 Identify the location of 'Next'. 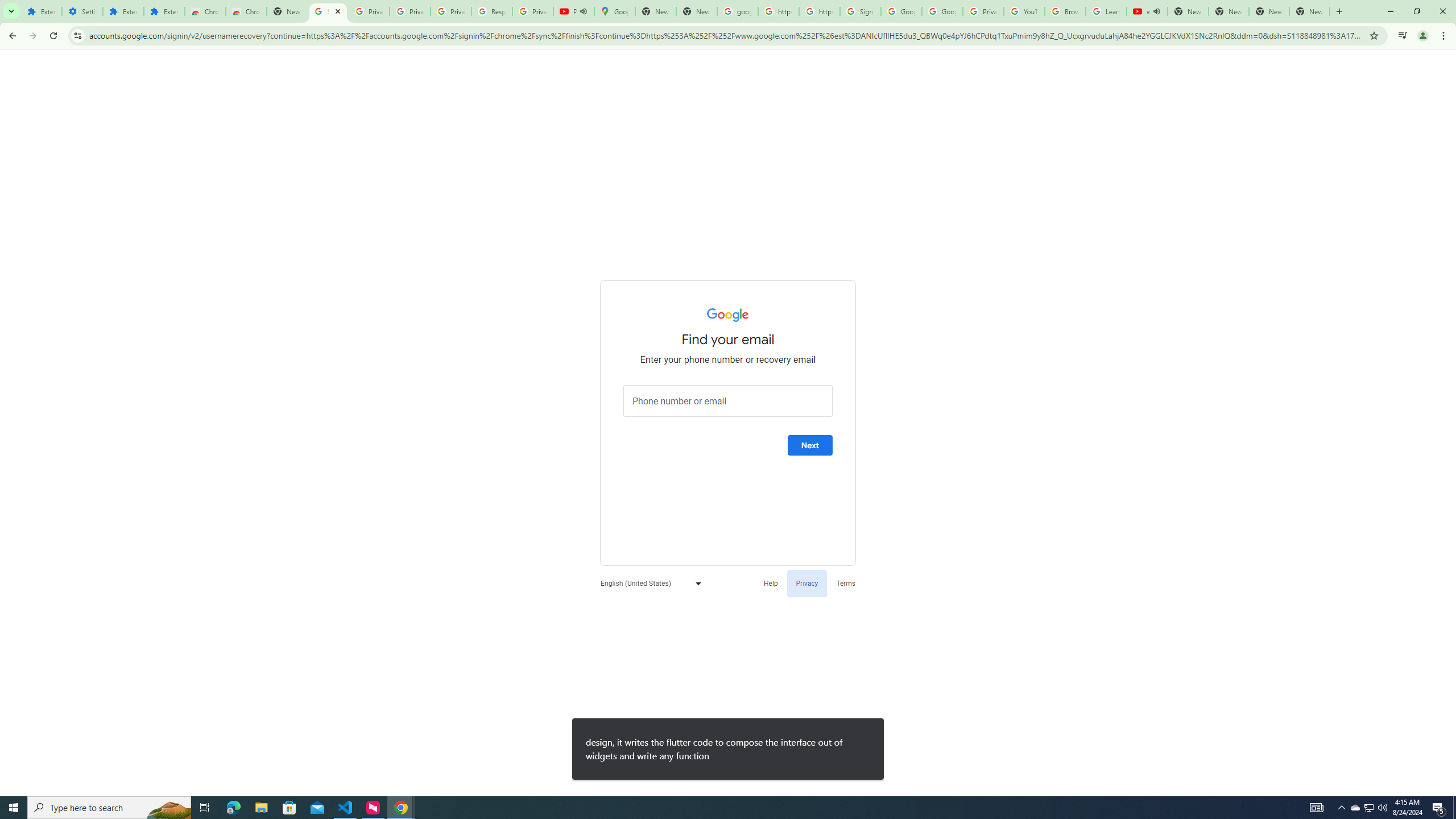
(809, 445).